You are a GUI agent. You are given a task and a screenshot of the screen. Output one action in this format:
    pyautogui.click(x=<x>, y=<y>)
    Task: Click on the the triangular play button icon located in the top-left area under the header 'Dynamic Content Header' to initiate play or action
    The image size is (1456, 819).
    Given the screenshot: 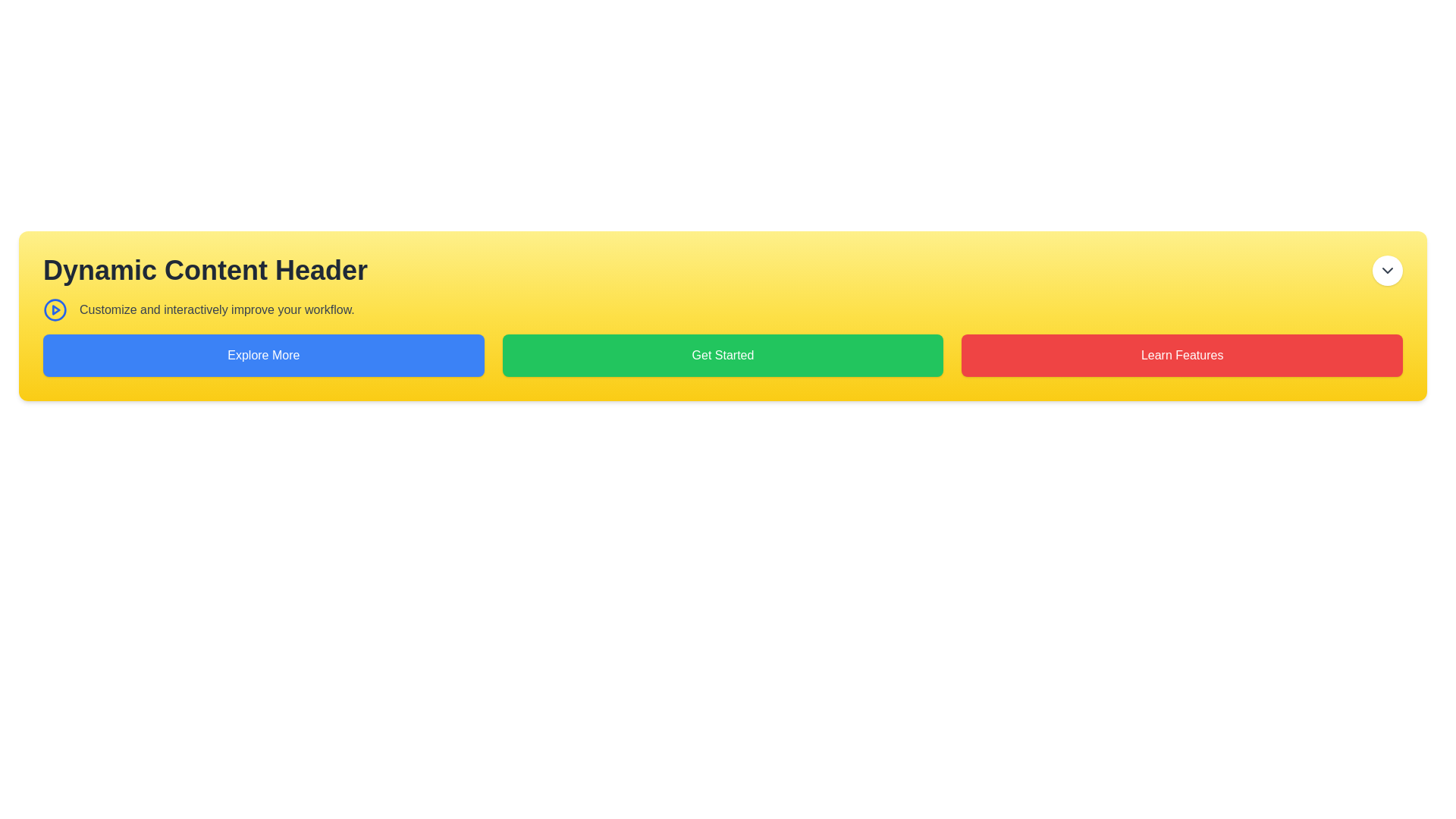 What is the action you would take?
    pyautogui.click(x=56, y=309)
    